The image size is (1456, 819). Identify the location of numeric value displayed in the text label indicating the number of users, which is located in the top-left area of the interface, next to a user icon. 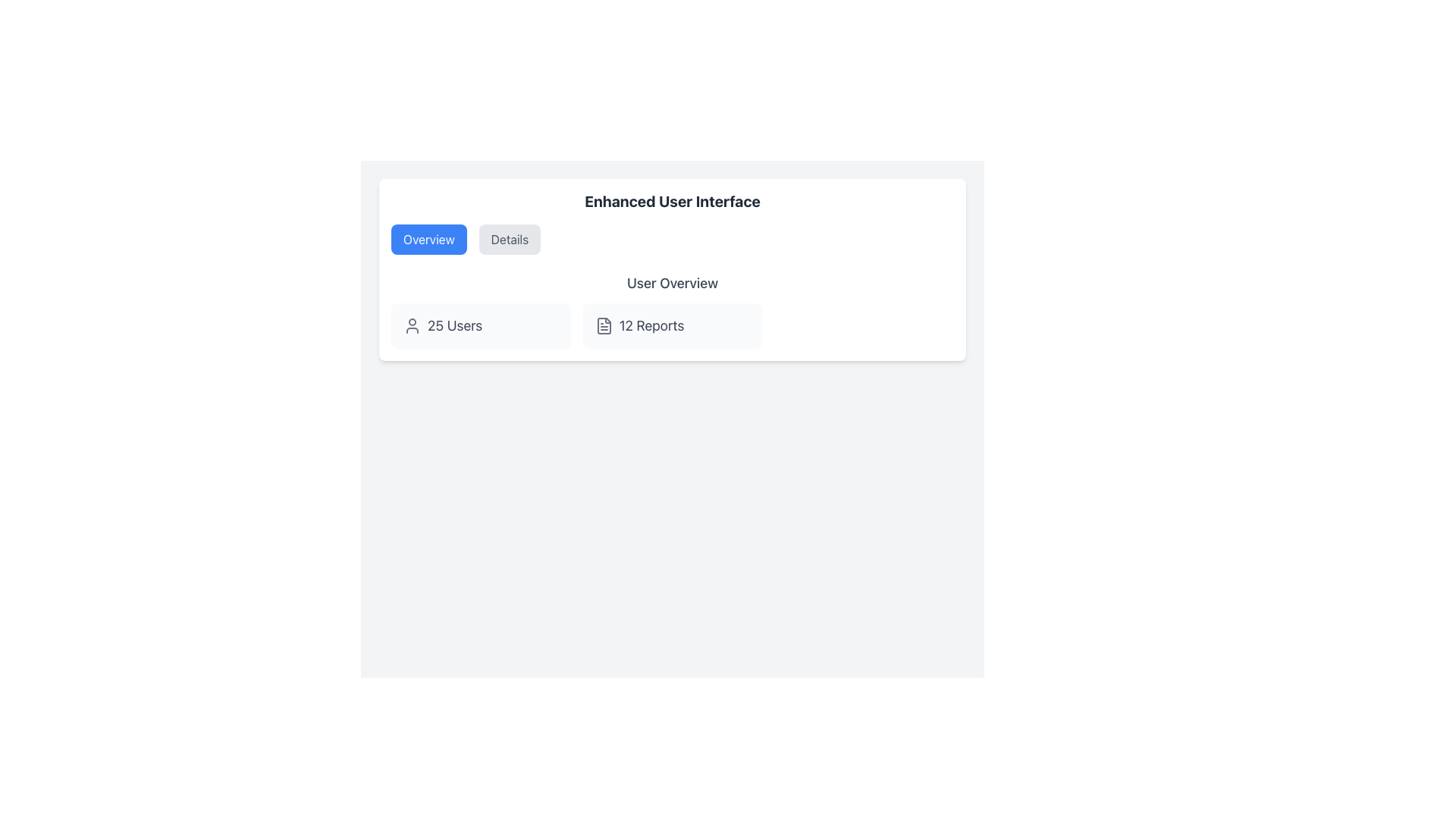
(454, 325).